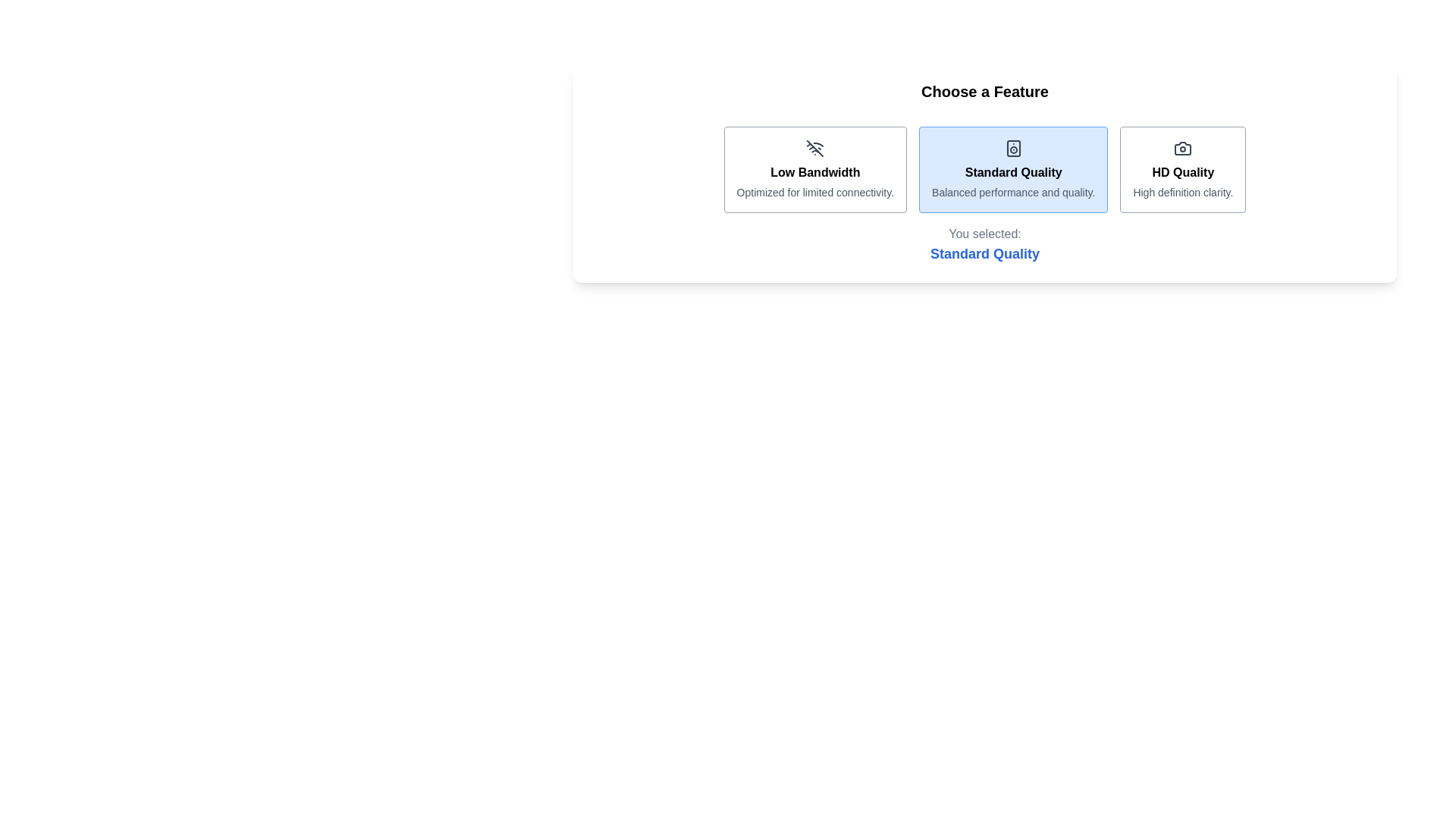 This screenshot has height=819, width=1456. I want to click on the text label indicating the currently selected feature 'Standard Quality', which is centrally aligned in the lower section of the feature selection area, so click(985, 253).